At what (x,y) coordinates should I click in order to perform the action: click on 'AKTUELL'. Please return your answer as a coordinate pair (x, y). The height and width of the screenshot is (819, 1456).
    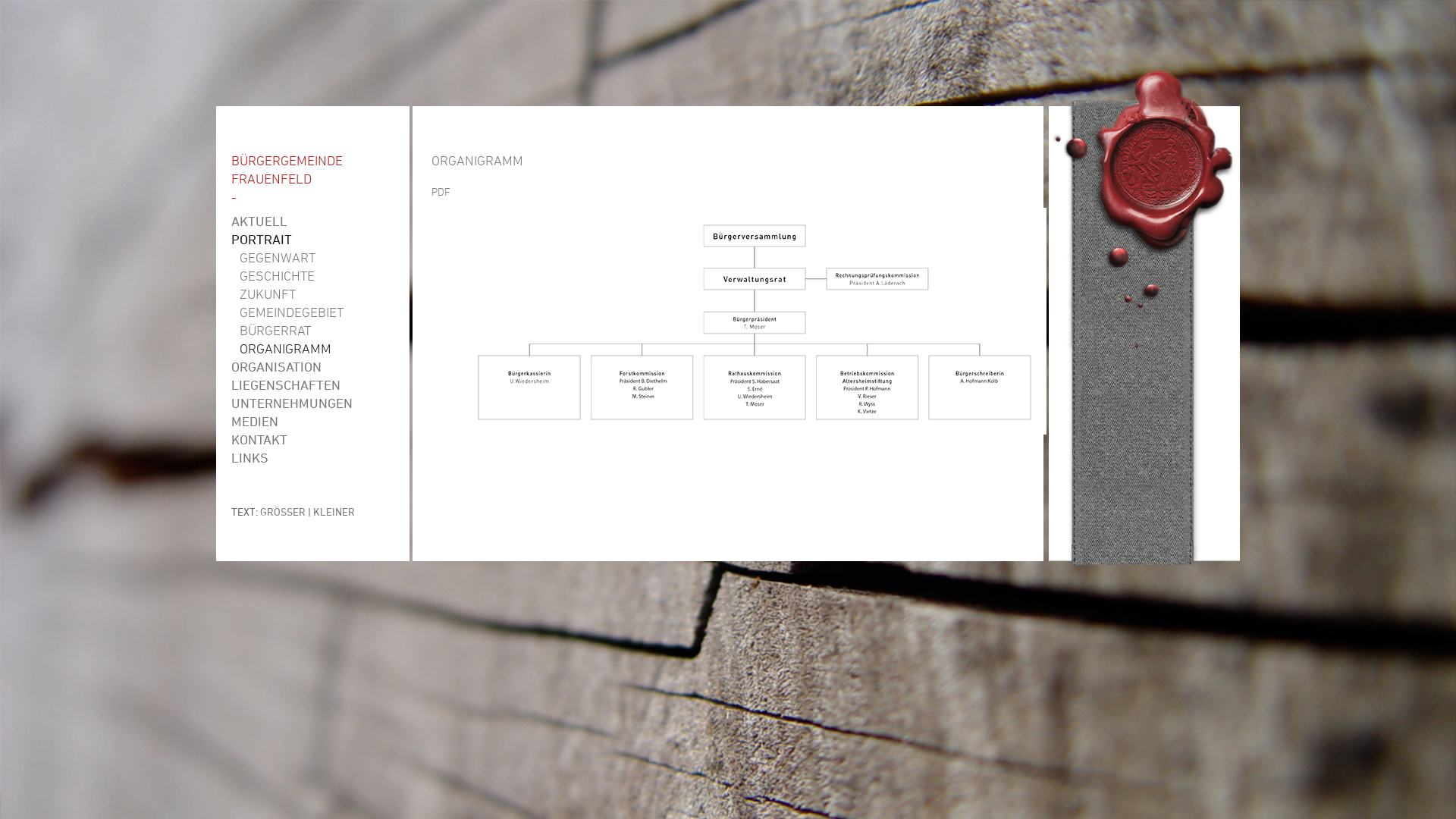
    Looking at the image, I should click on (312, 221).